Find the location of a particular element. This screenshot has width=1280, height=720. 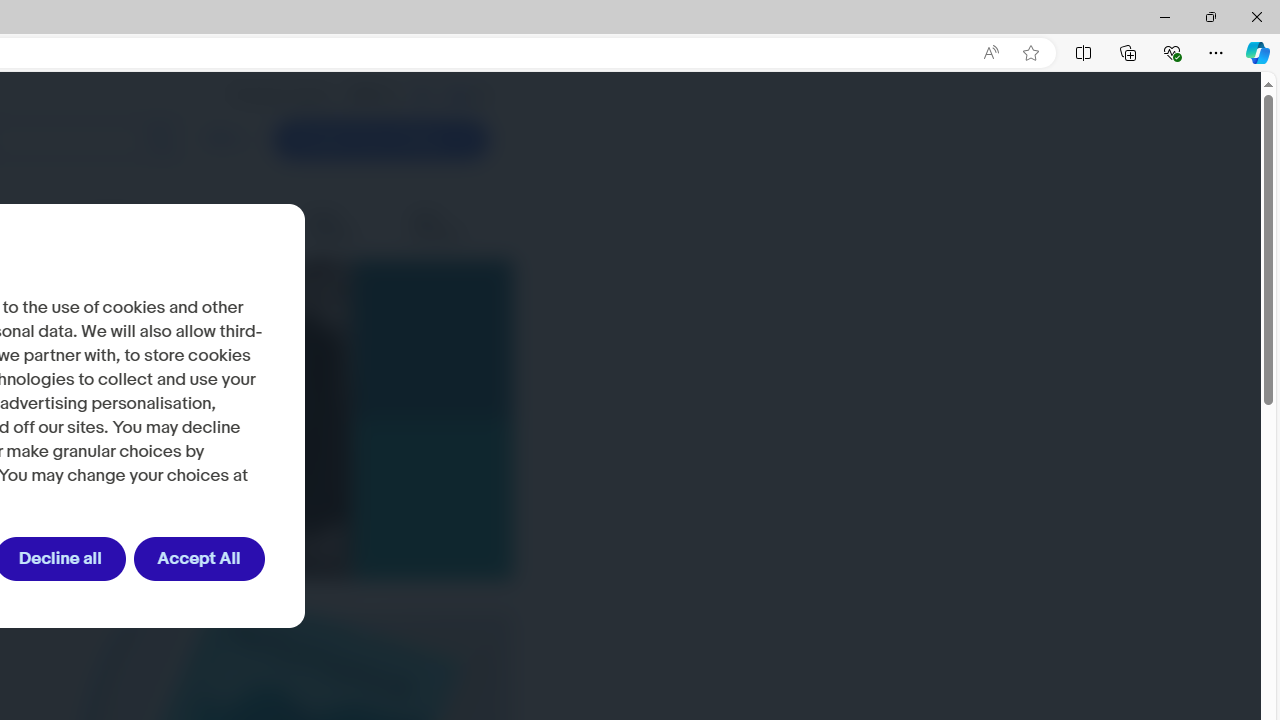

'Restore' is located at coordinates (1209, 16).